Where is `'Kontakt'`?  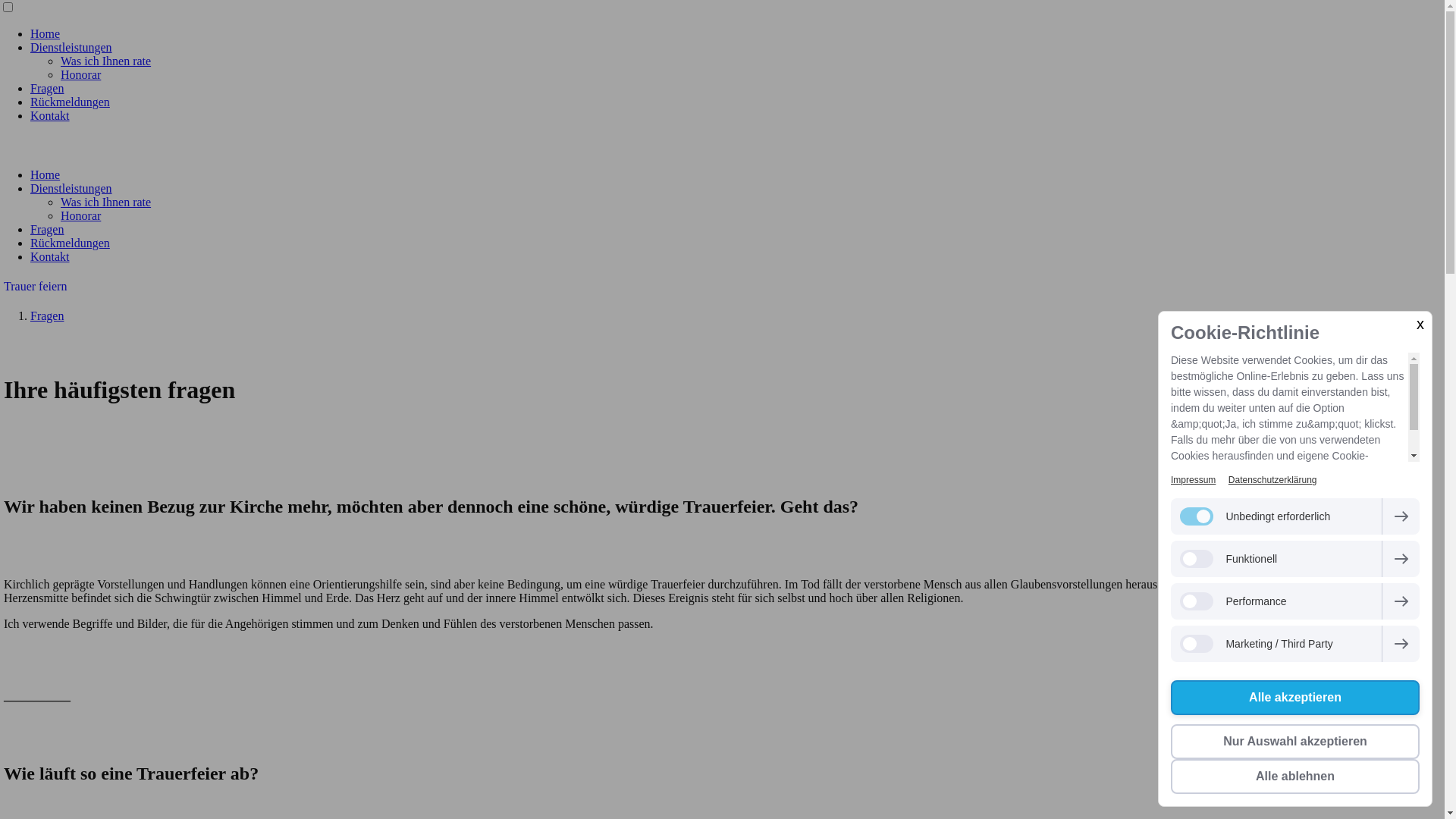 'Kontakt' is located at coordinates (50, 256).